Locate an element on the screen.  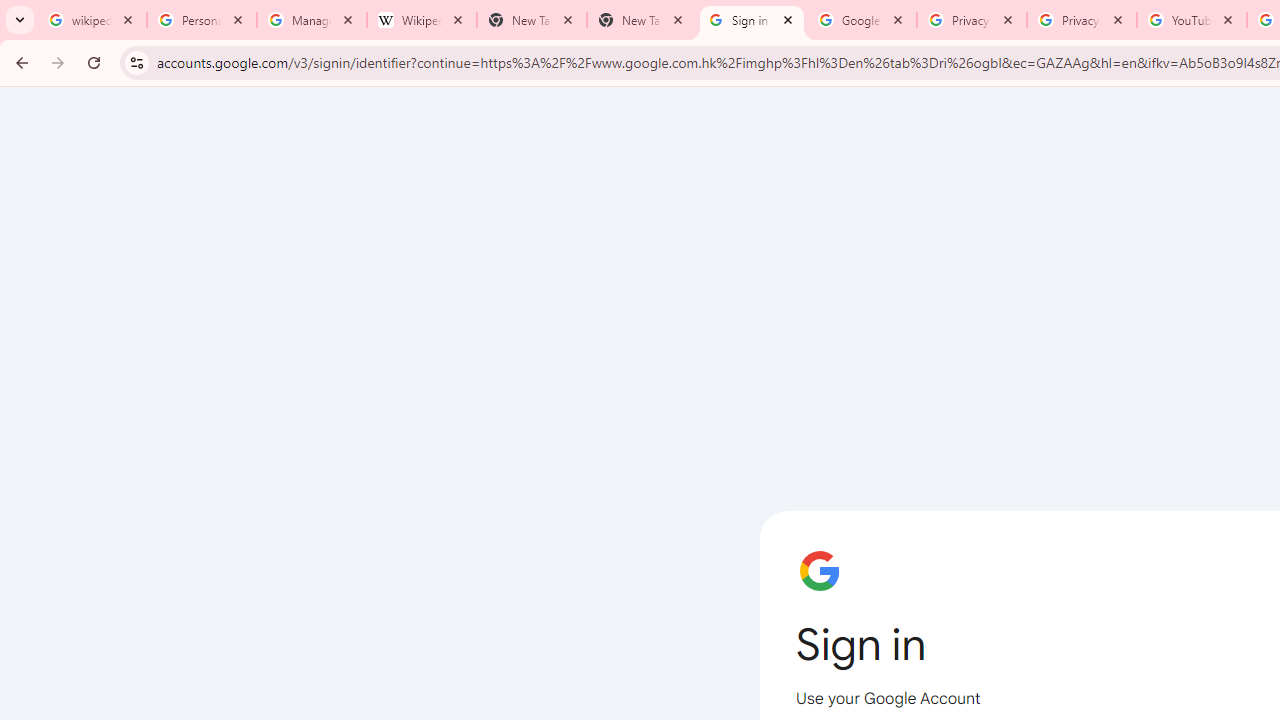
'Manage your Location History - Google Search Help' is located at coordinates (311, 20).